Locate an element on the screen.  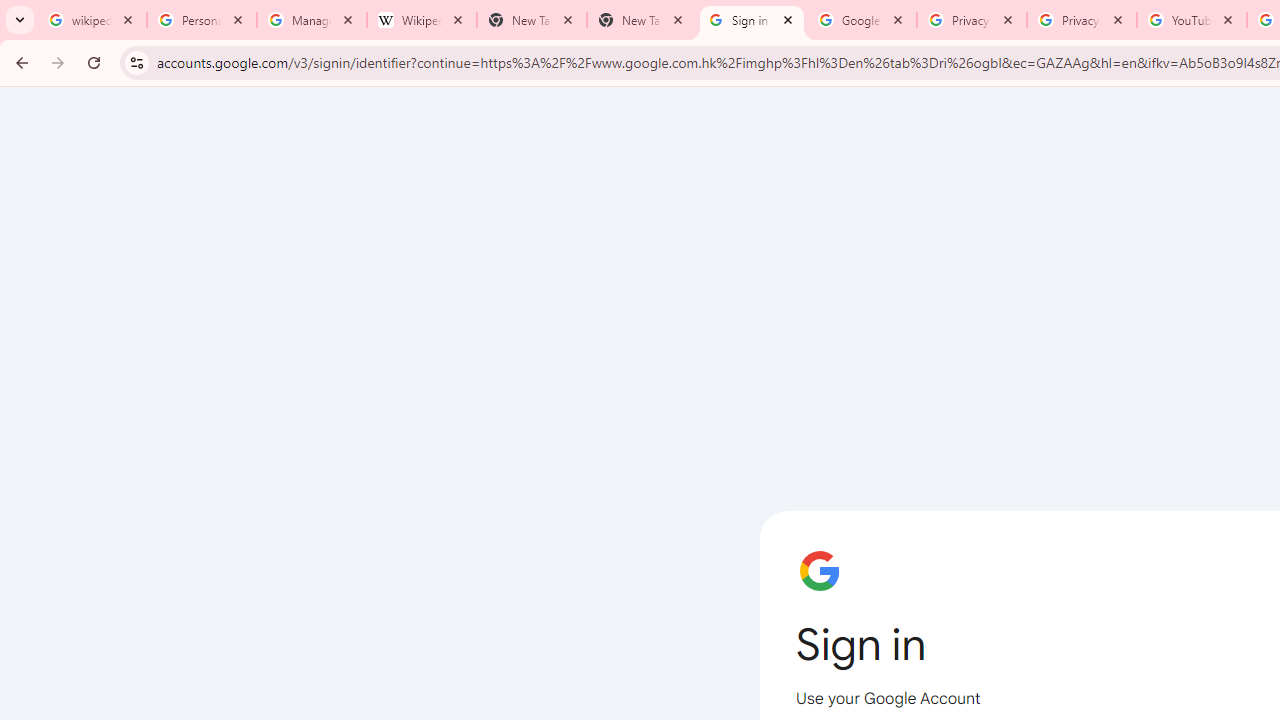
'Manage your Location History - Google Search Help' is located at coordinates (311, 20).